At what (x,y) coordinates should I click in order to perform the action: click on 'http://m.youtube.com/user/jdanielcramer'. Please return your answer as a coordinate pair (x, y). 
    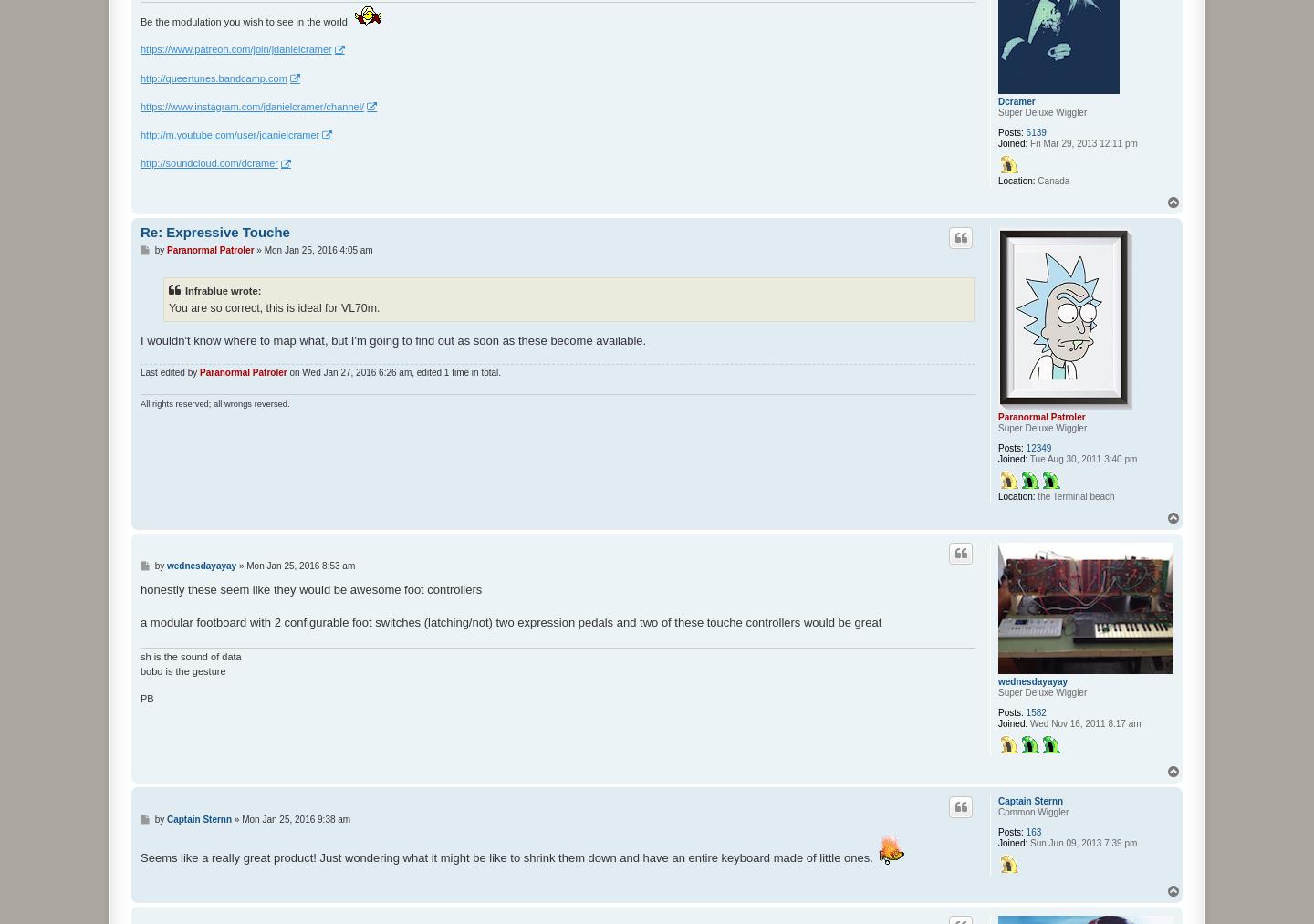
    Looking at the image, I should click on (139, 133).